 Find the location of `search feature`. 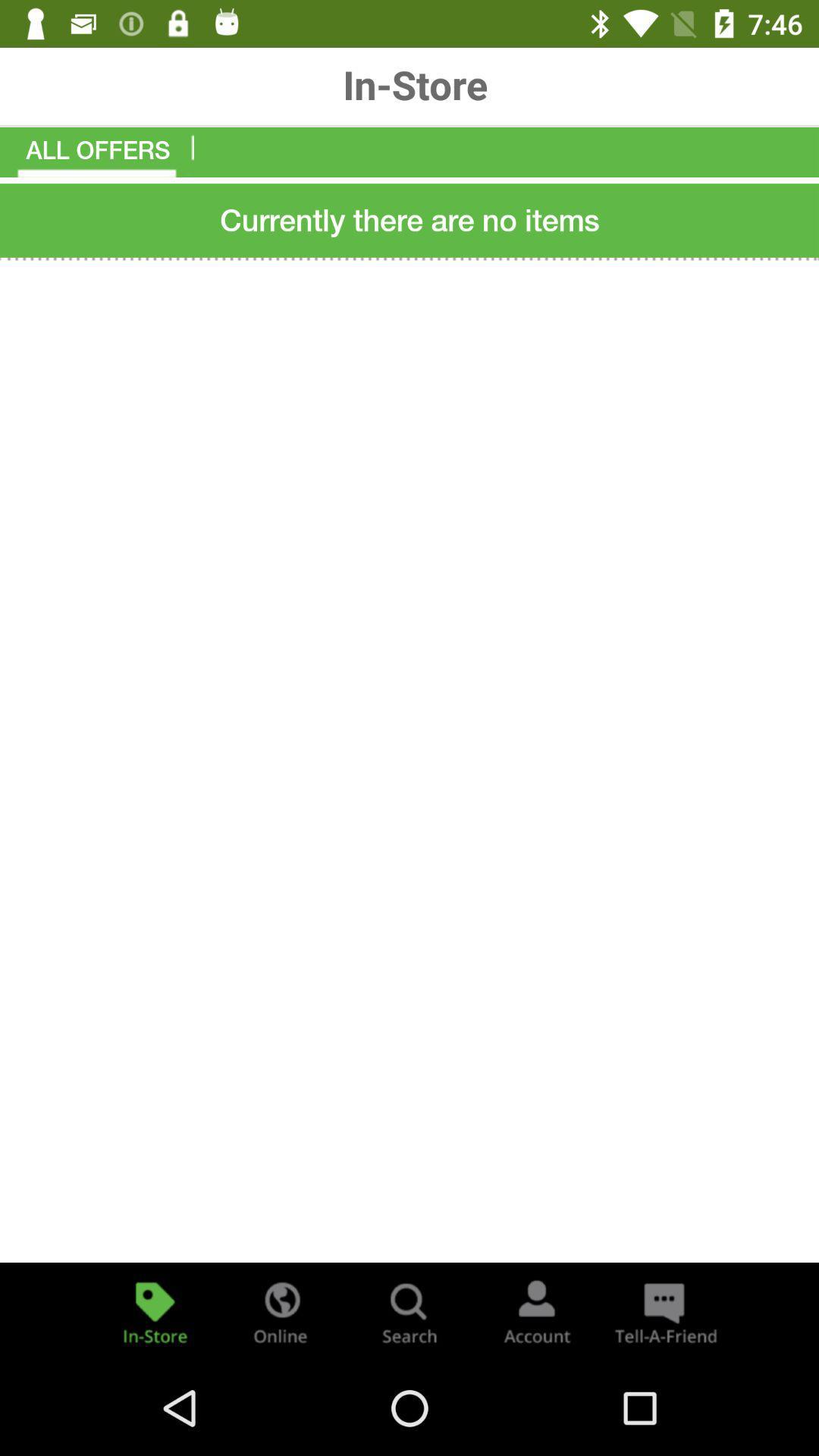

search feature is located at coordinates (409, 1310).